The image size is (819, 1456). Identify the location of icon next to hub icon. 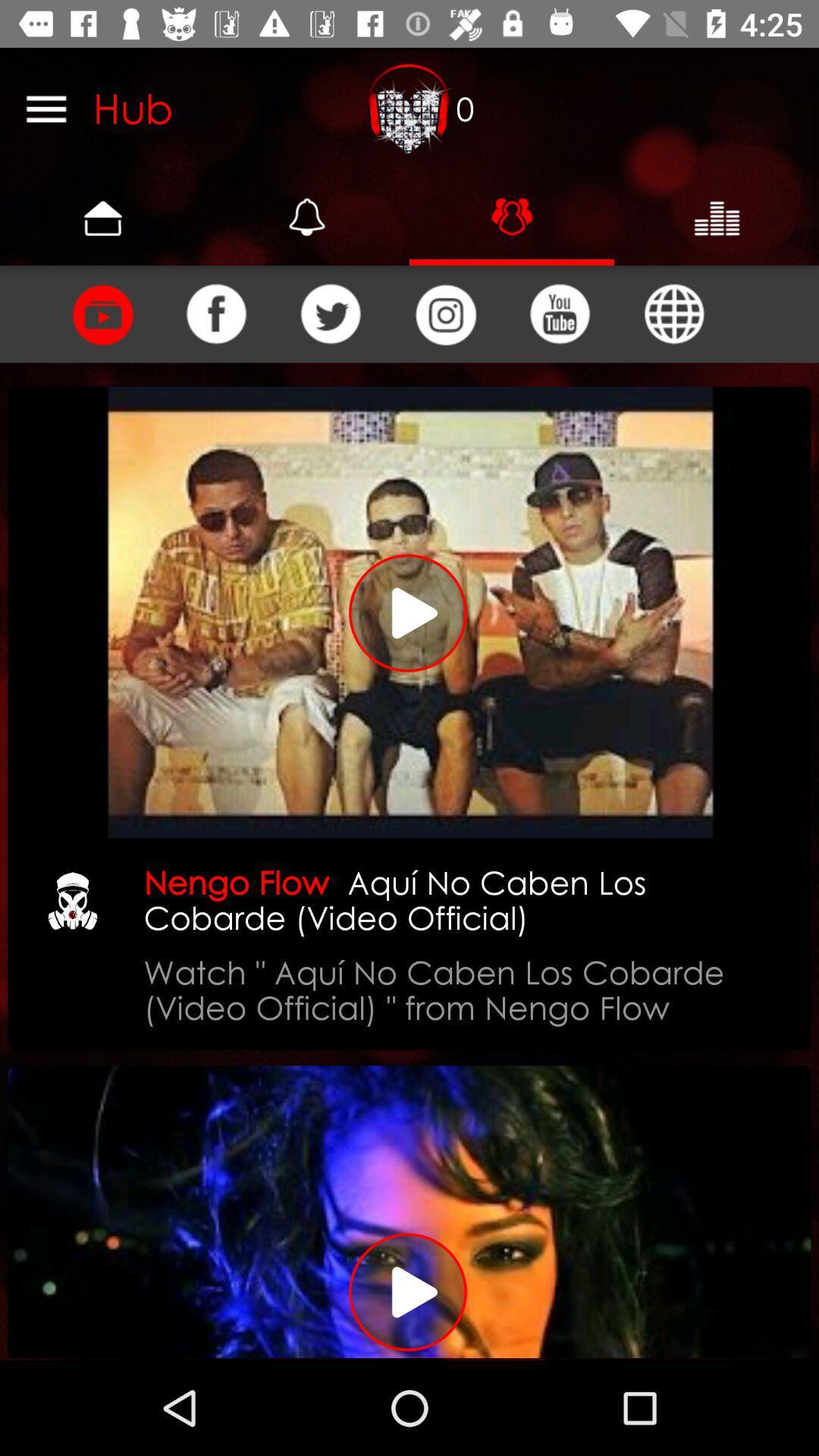
(409, 108).